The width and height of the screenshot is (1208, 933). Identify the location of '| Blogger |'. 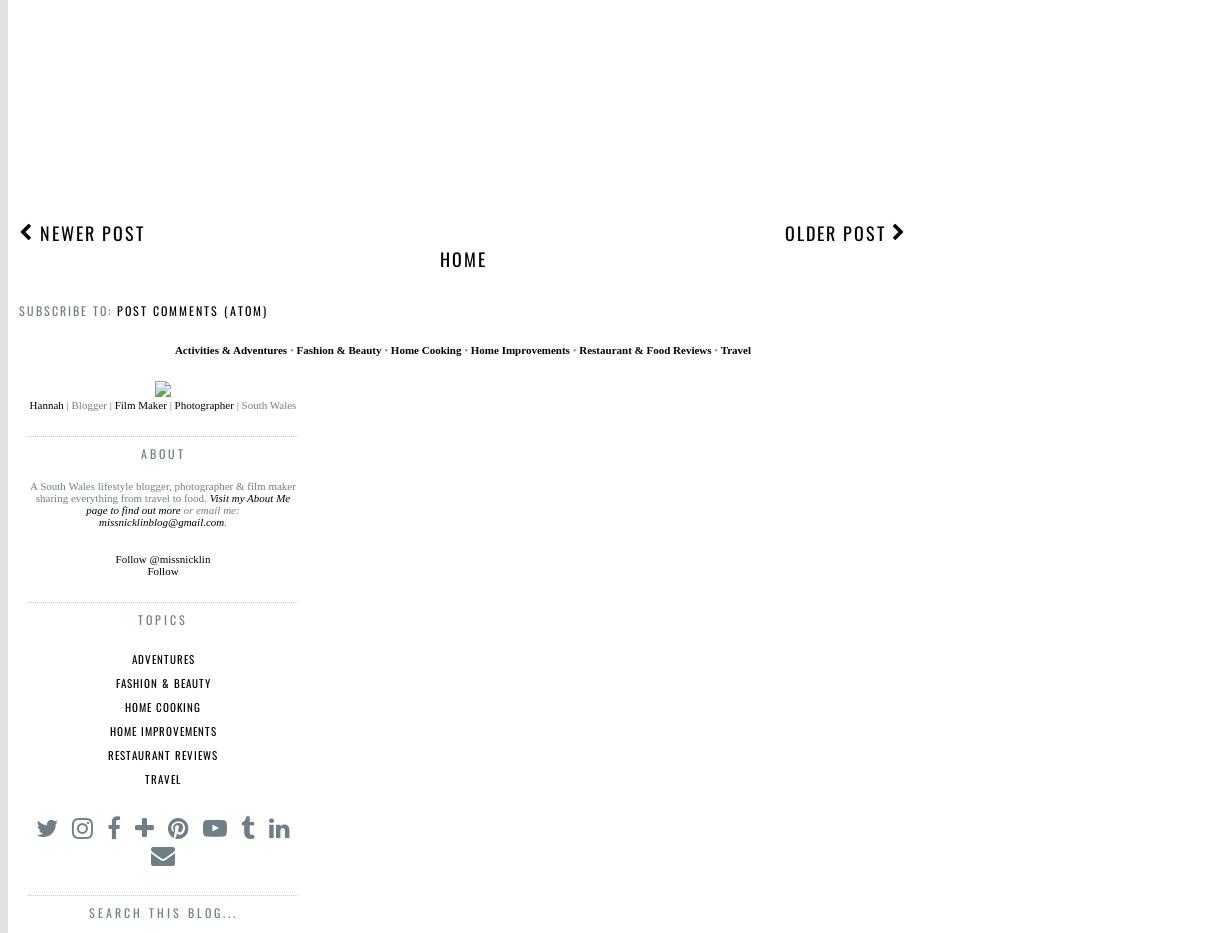
(87, 405).